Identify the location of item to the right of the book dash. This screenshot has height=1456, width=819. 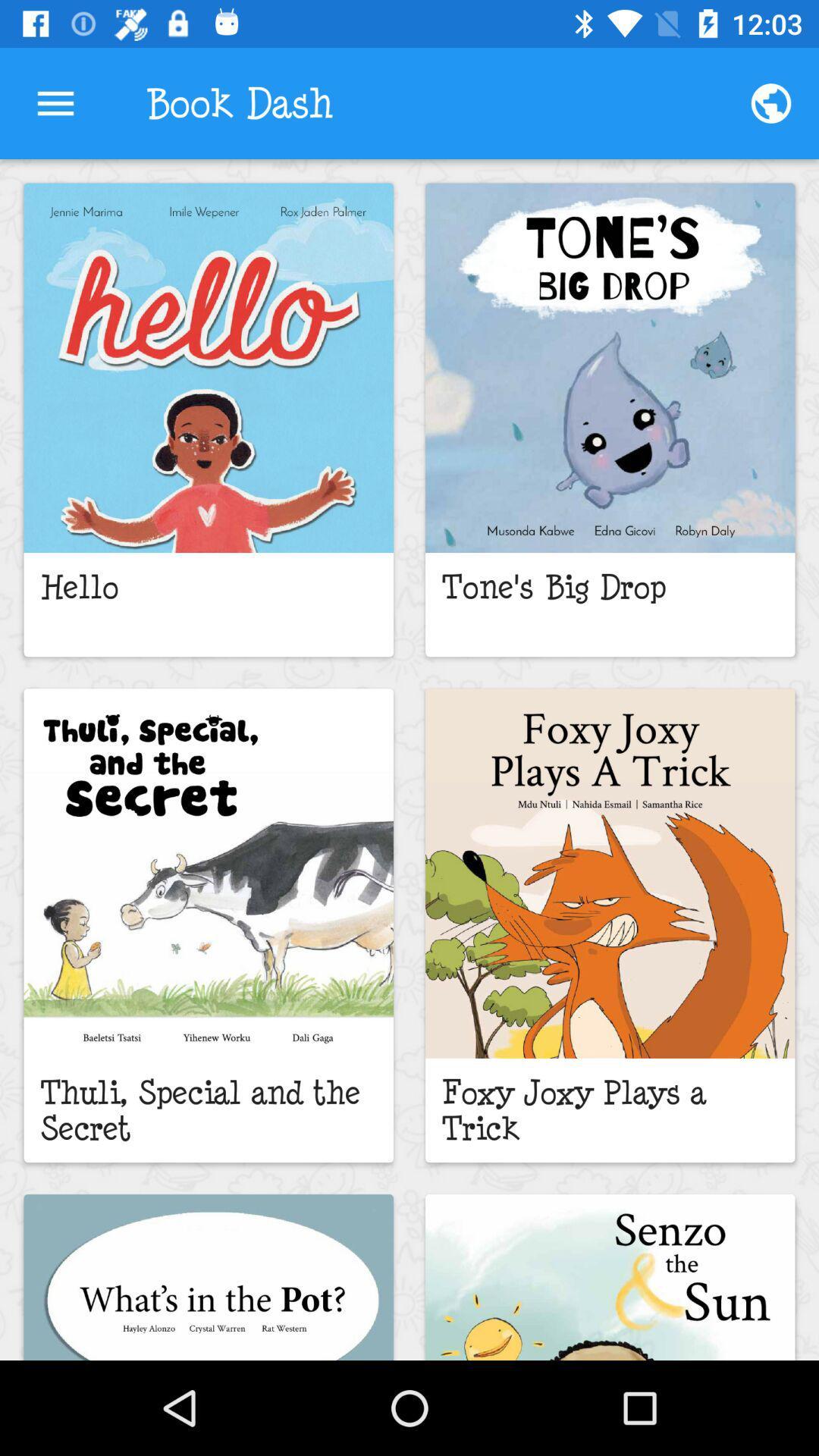
(771, 102).